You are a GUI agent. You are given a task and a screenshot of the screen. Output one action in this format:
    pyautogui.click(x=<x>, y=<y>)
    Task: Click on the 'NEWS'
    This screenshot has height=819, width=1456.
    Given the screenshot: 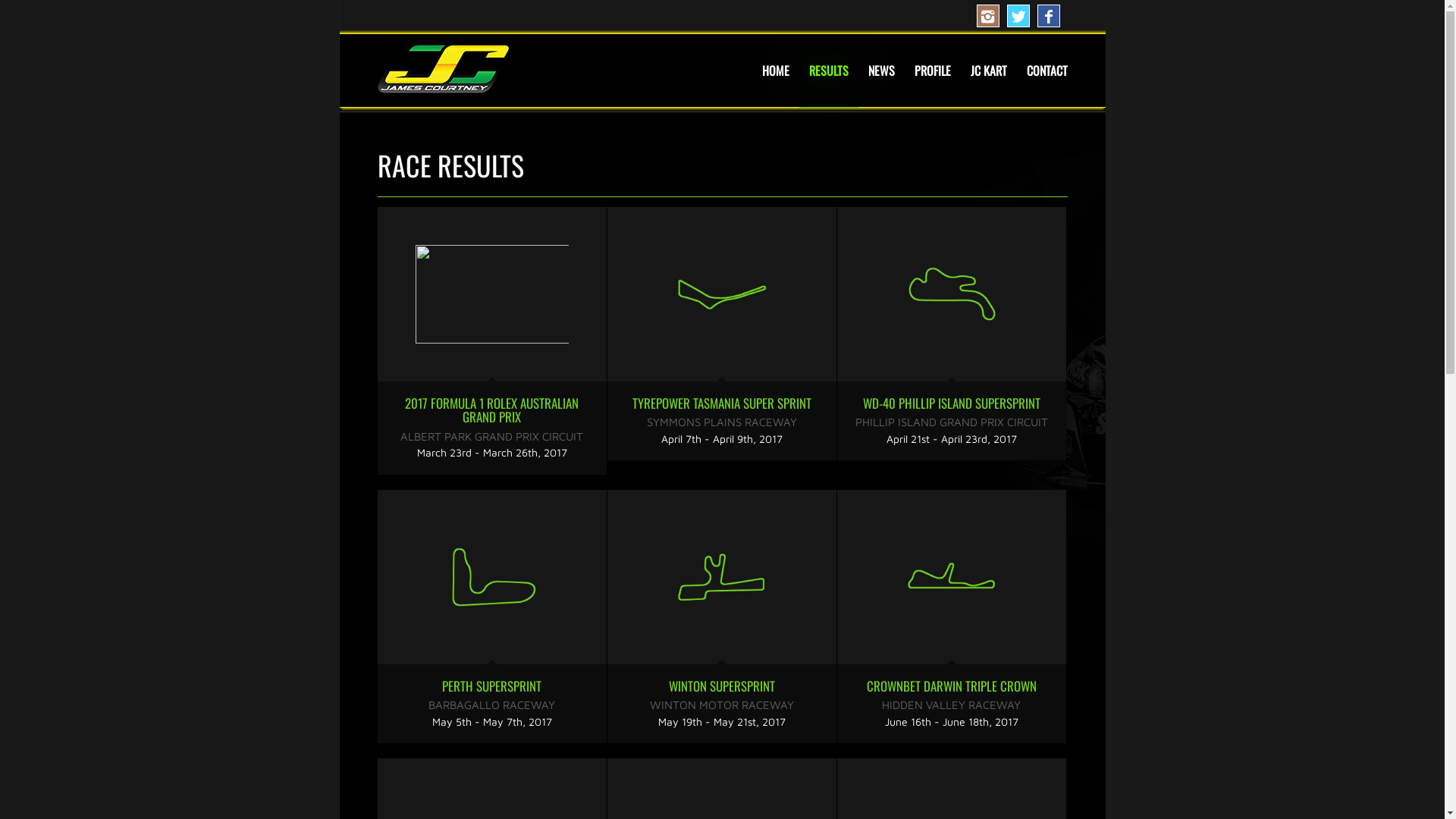 What is the action you would take?
    pyautogui.click(x=881, y=70)
    